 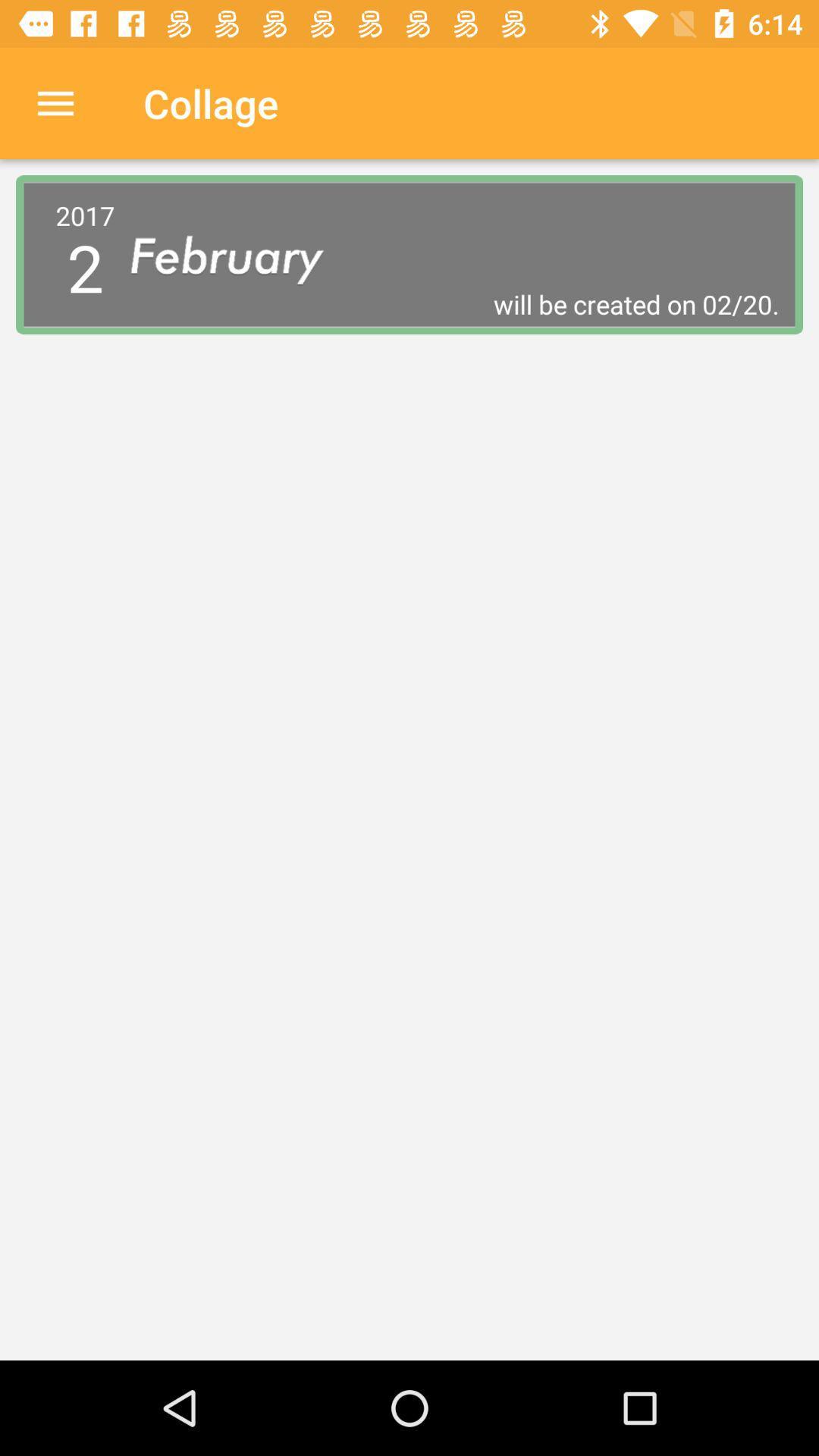 I want to click on will be created, so click(x=454, y=303).